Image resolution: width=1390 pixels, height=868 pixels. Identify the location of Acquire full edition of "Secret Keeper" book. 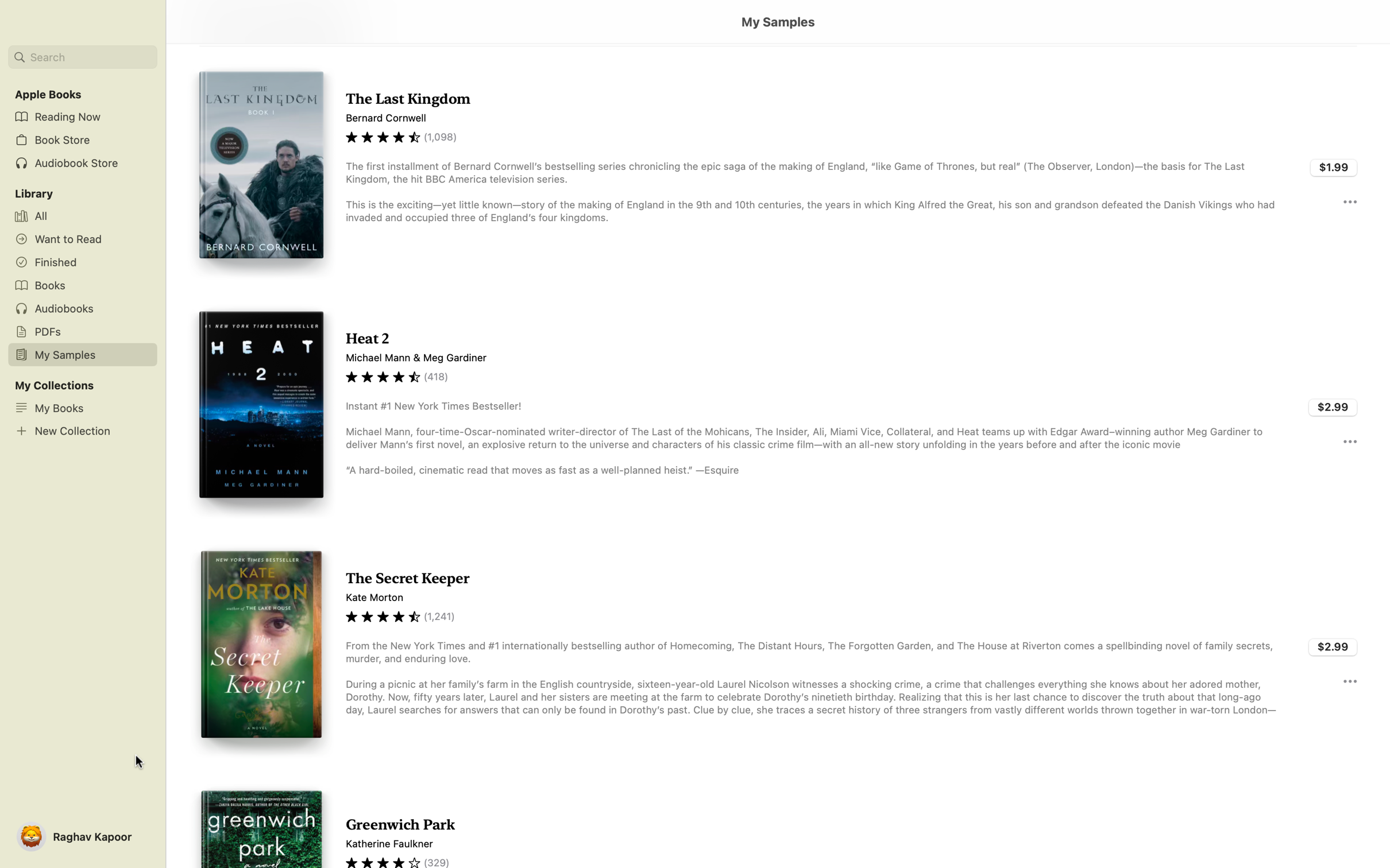
(1333, 645).